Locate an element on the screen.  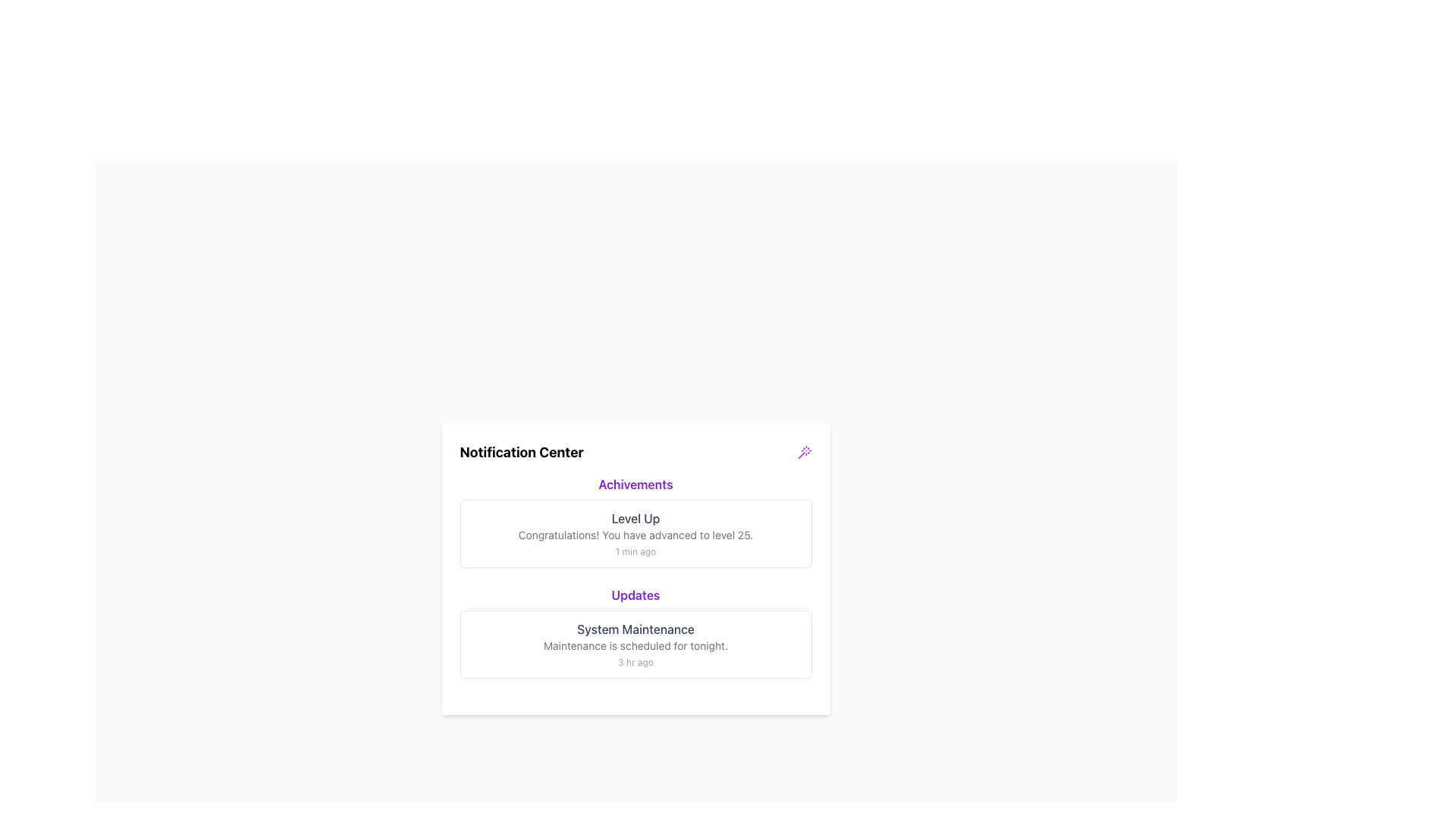
the graphical wand icon located in the top-right corner of the 'Notification Center' section, aligned horizontally with the heading text is located at coordinates (803, 452).